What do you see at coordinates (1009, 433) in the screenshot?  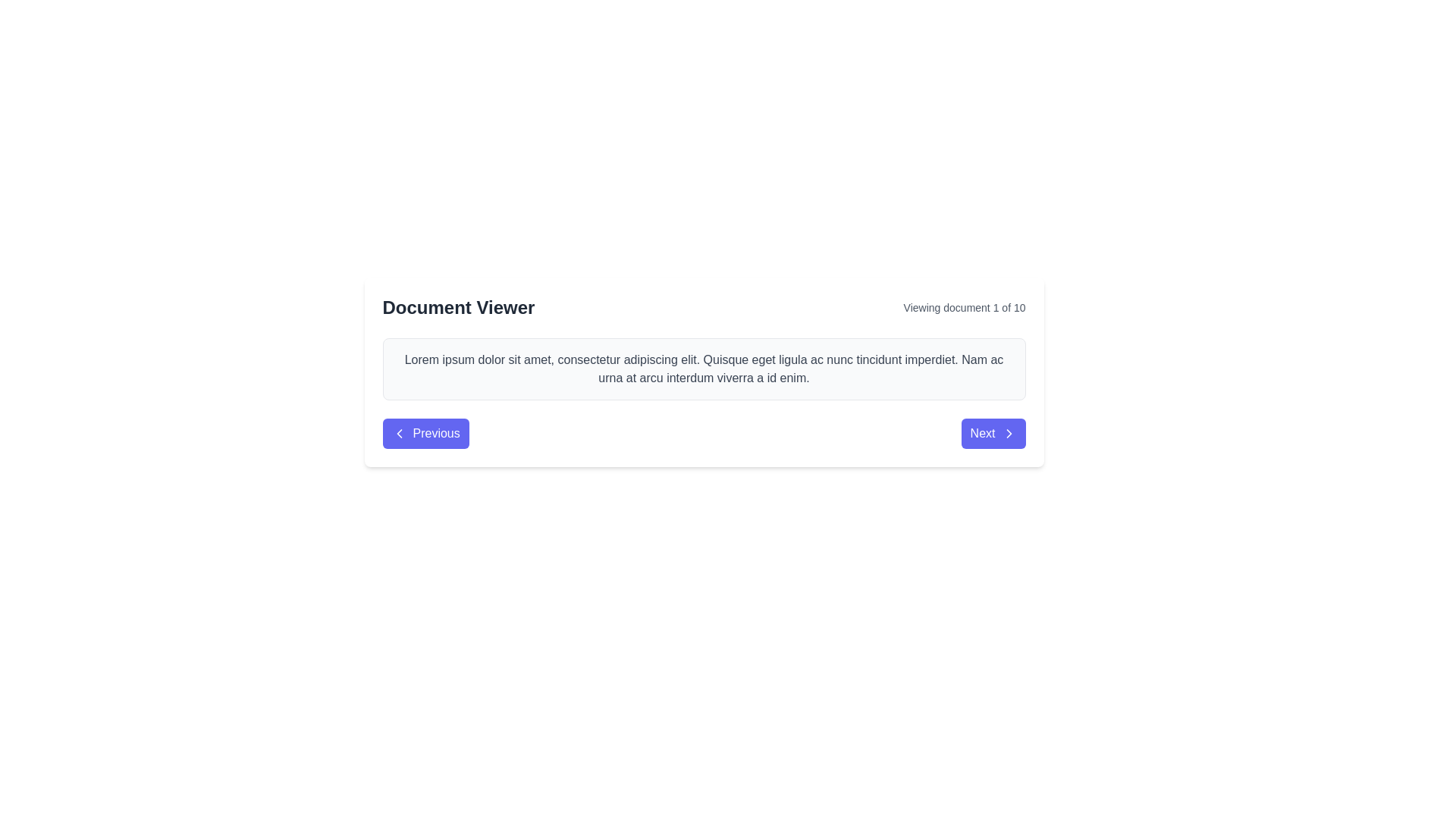 I see `the chevron icon located within the 'Next' button in the lower-right area of the interface to proceed to the next page or action` at bounding box center [1009, 433].